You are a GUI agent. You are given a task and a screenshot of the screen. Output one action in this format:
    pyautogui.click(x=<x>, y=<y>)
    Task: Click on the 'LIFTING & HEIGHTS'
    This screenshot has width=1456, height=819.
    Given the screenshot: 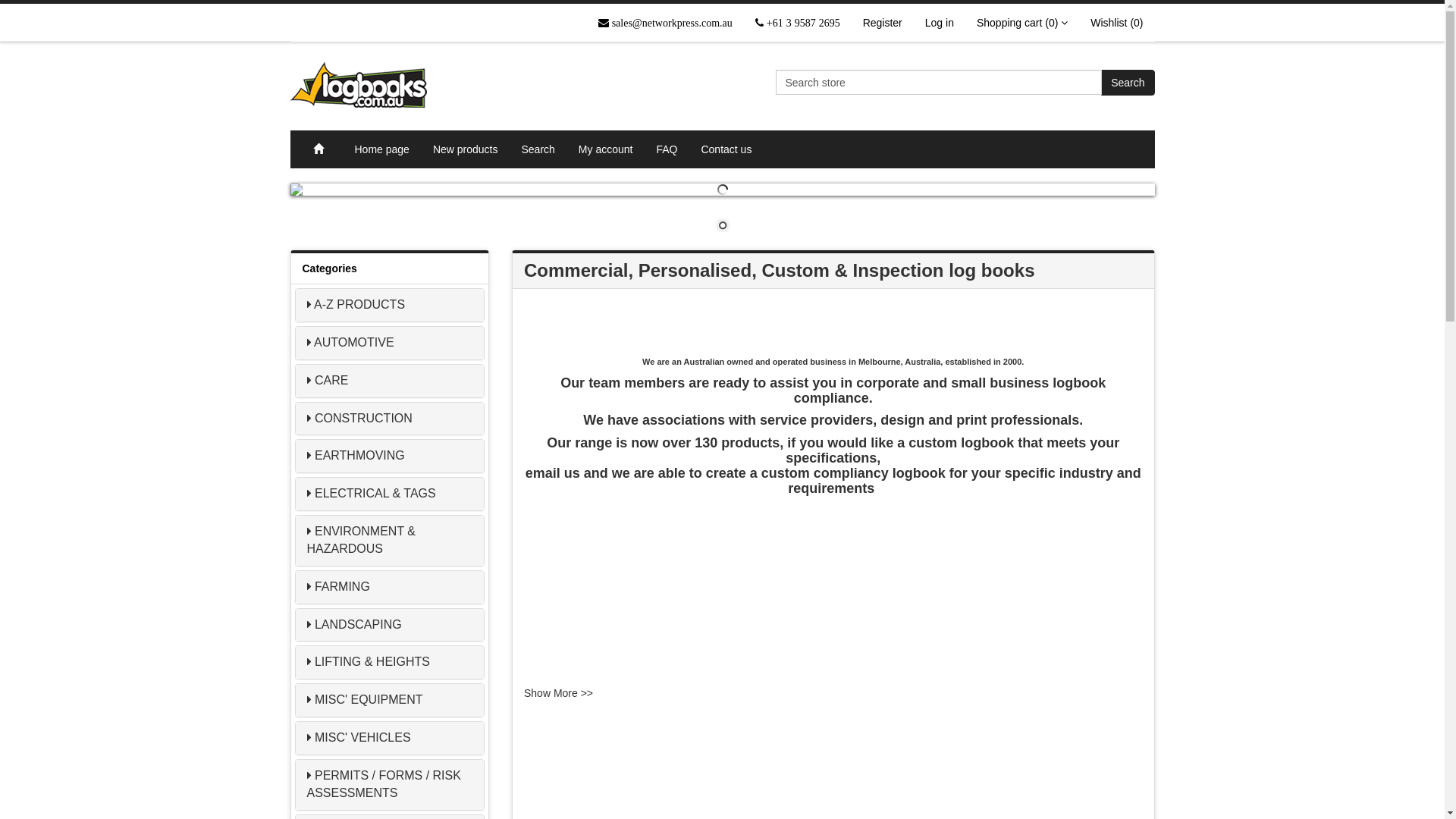 What is the action you would take?
    pyautogui.click(x=372, y=661)
    